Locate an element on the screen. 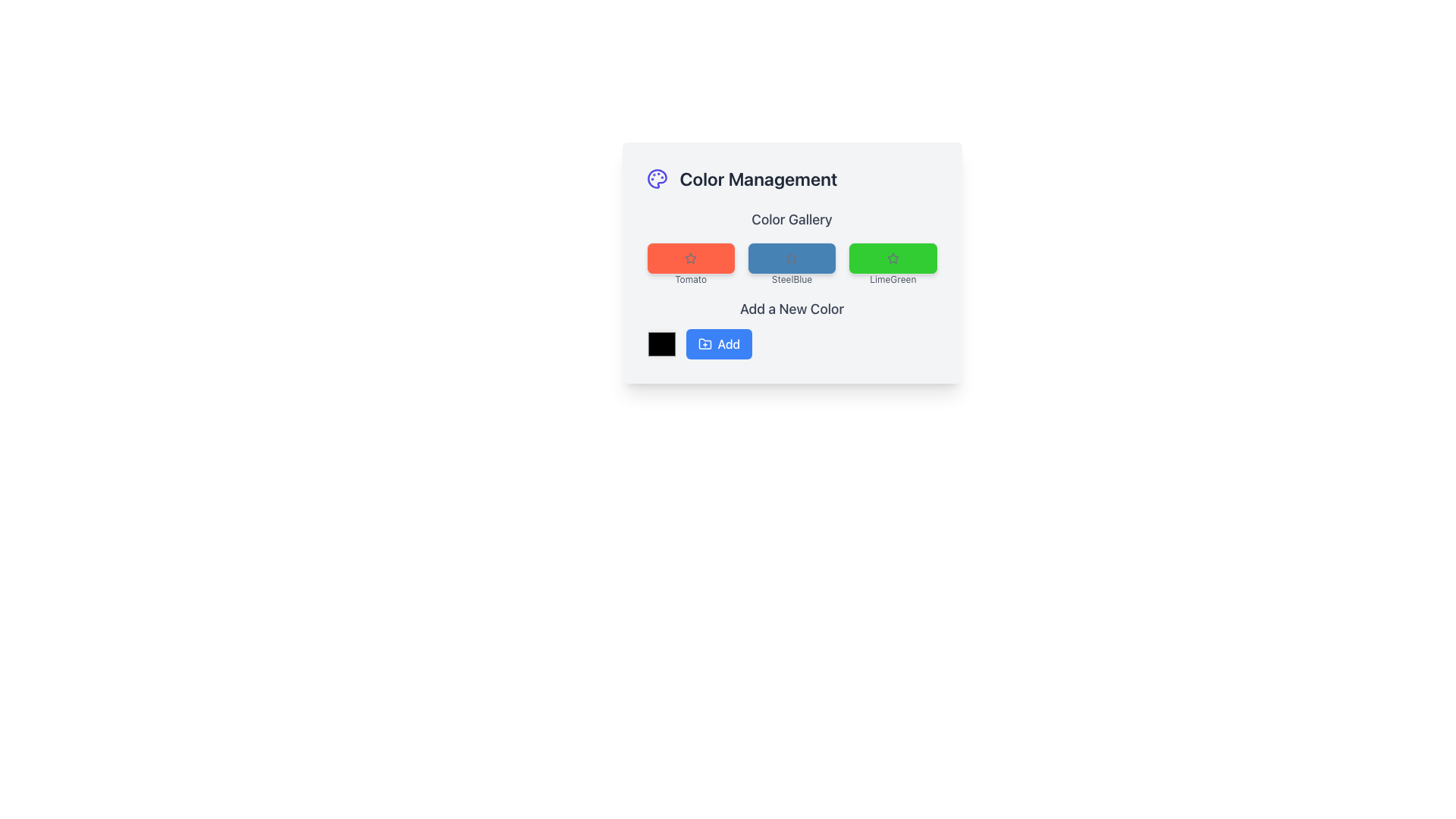 The width and height of the screenshot is (1456, 819). the first star icon that is part of the color options layout, which is filled with gray and associated with the 'Tomato' option is located at coordinates (690, 257).